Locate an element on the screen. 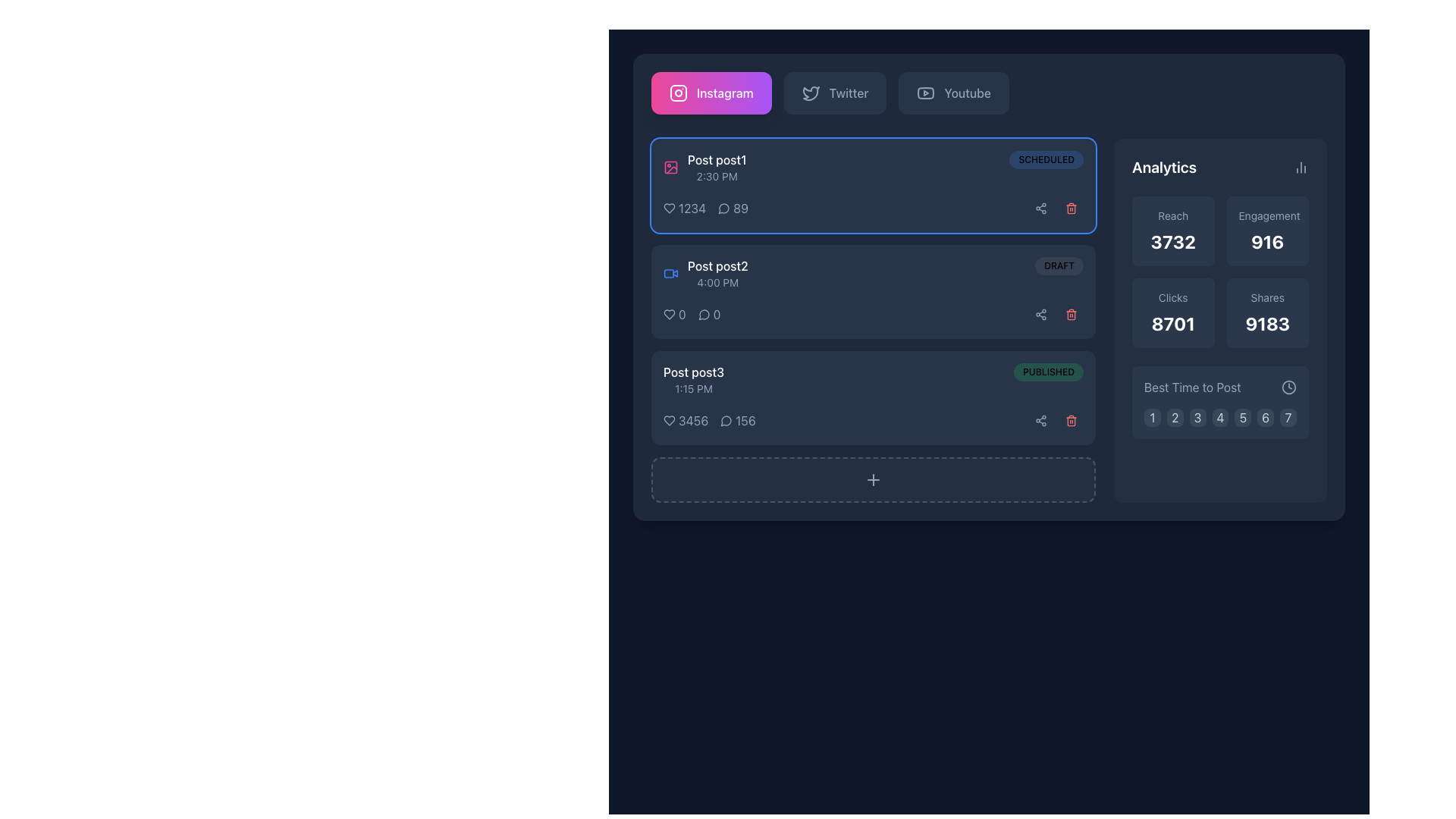  the sixth button in the horizontally aligned grid under the 'Best Time to Post' section in the 'Analytics' group is located at coordinates (1266, 418).